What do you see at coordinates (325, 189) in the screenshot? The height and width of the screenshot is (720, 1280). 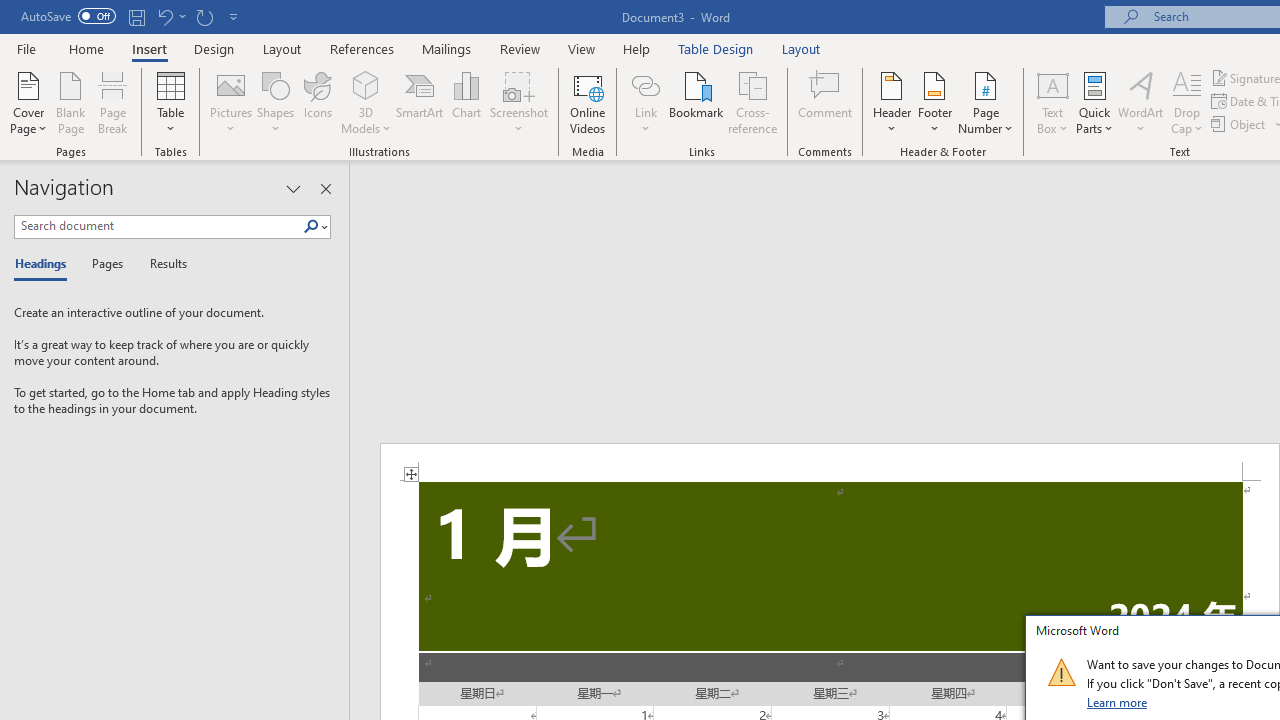 I see `'Close pane'` at bounding box center [325, 189].